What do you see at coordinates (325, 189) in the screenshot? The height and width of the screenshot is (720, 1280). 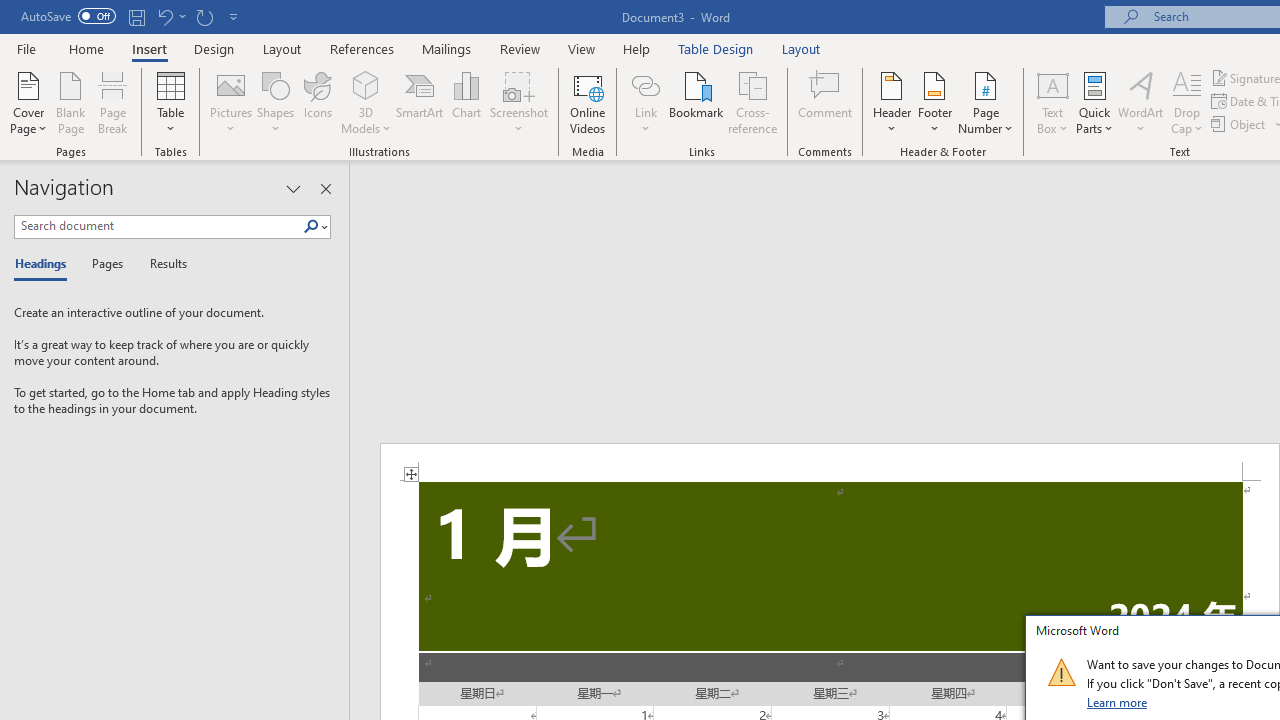 I see `'Close pane'` at bounding box center [325, 189].